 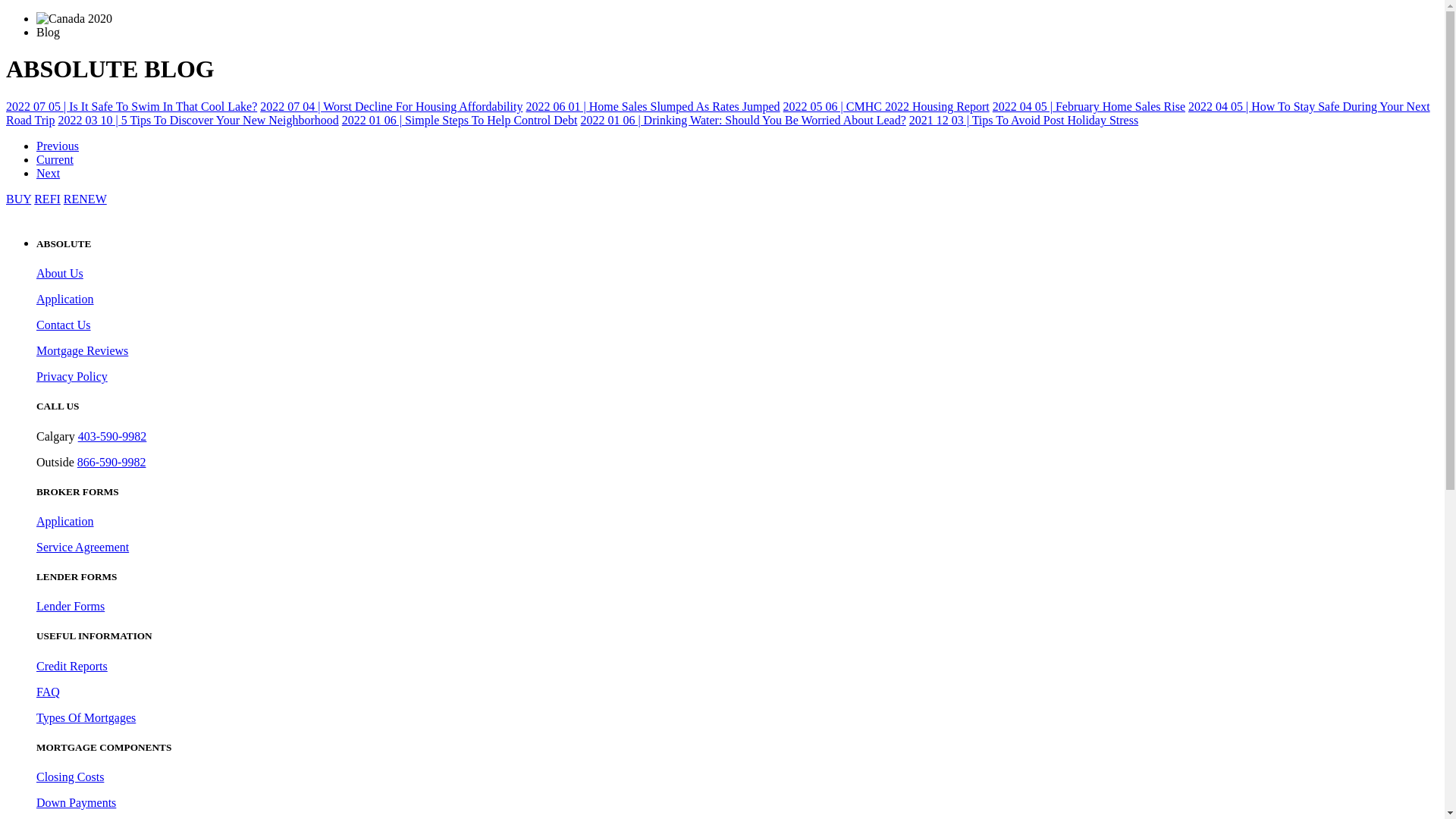 I want to click on 'Mortgage Reviews', so click(x=81, y=350).